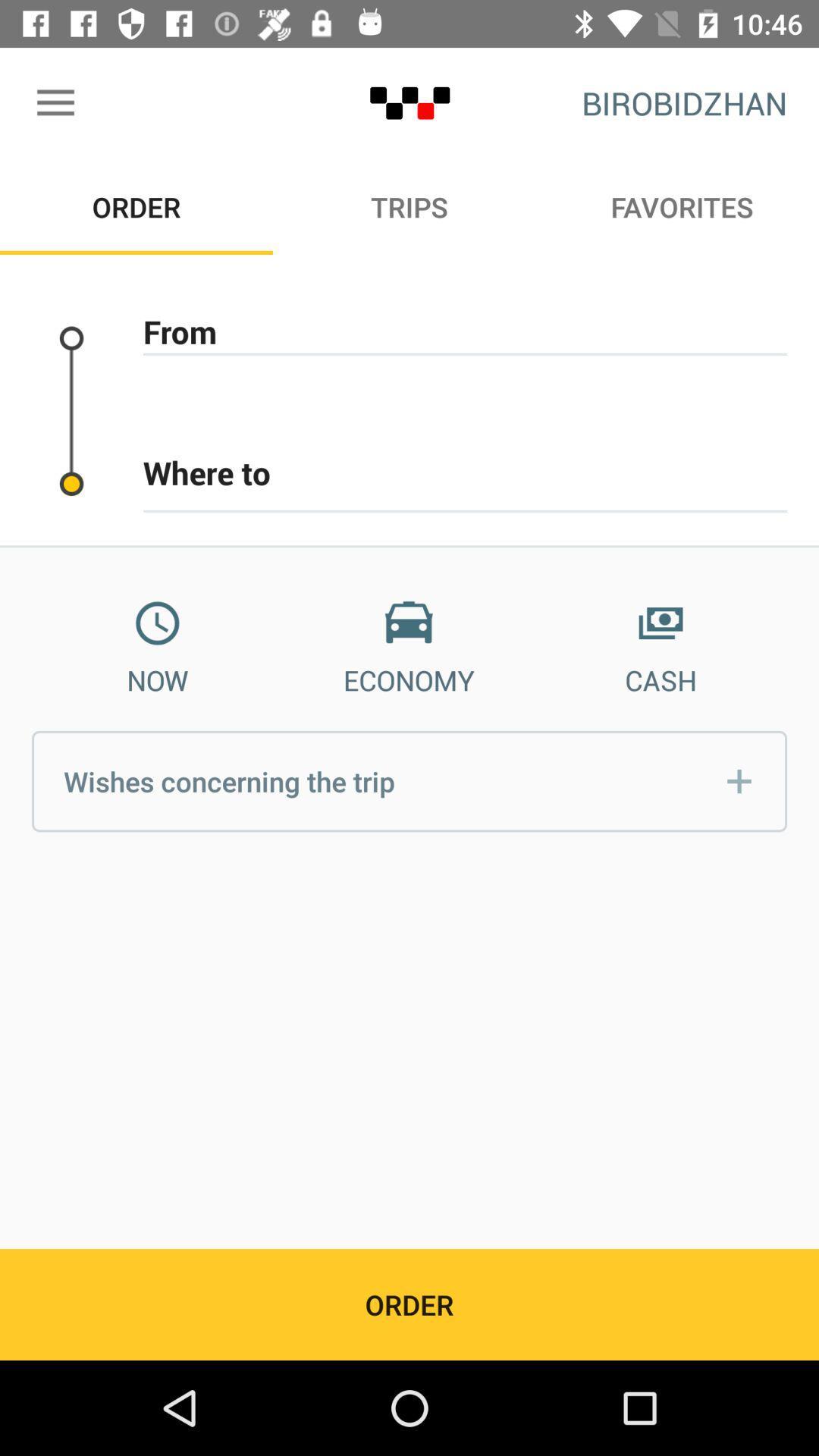 The height and width of the screenshot is (1456, 819). What do you see at coordinates (409, 102) in the screenshot?
I see `the image beside the menu` at bounding box center [409, 102].